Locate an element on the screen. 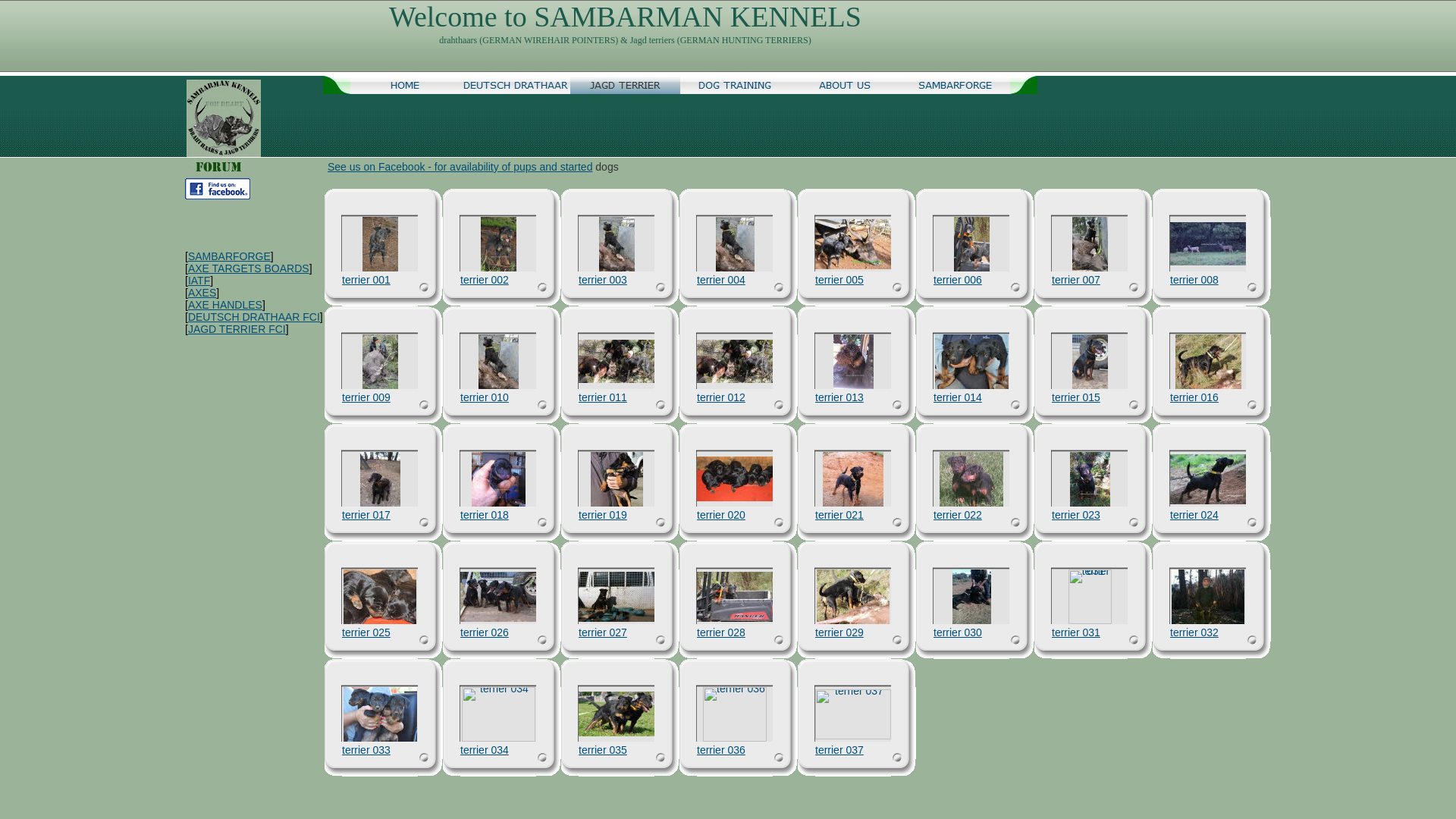  'terrier 017' is located at coordinates (366, 513).